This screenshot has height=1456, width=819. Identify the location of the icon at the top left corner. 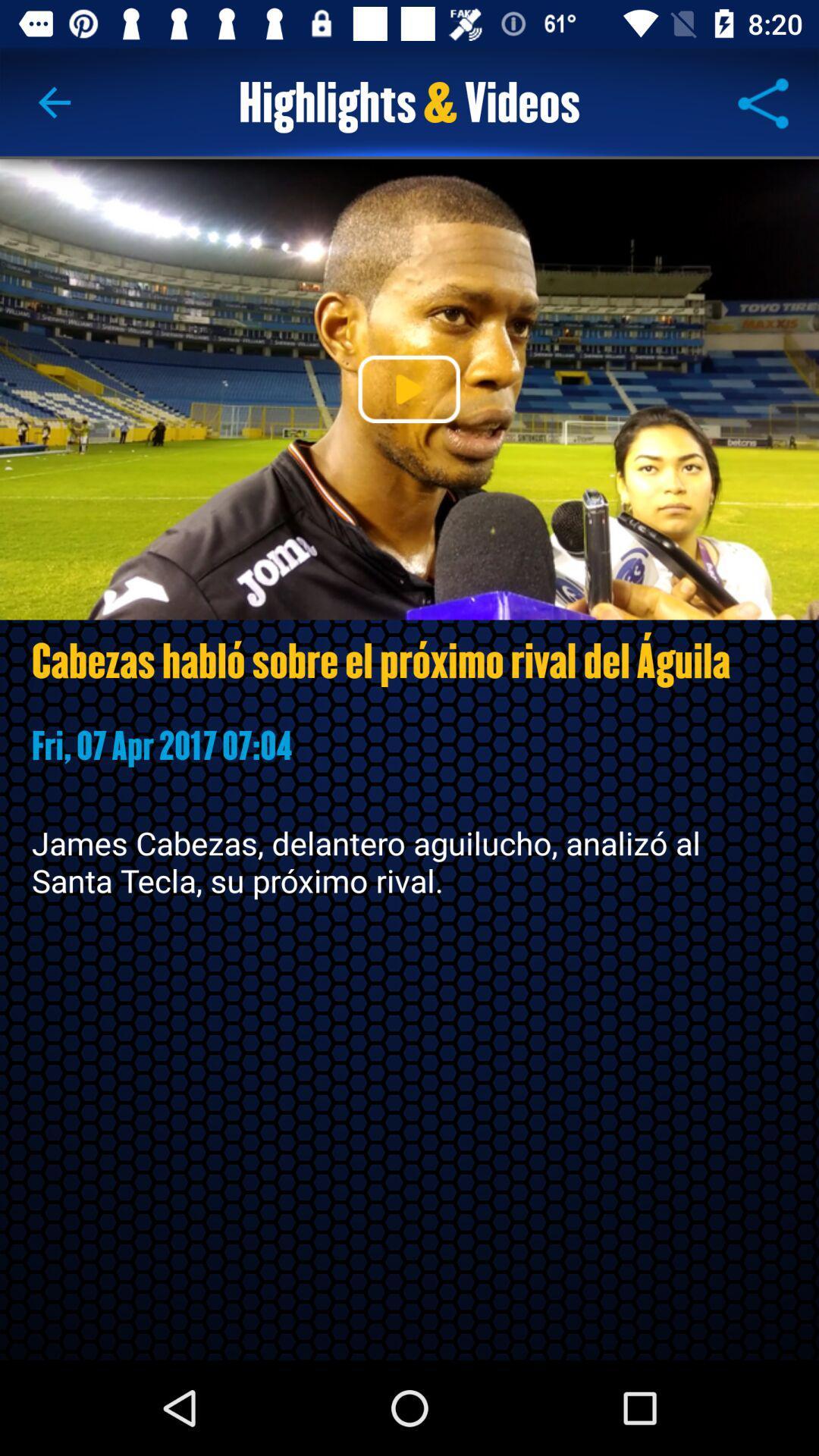
(55, 102).